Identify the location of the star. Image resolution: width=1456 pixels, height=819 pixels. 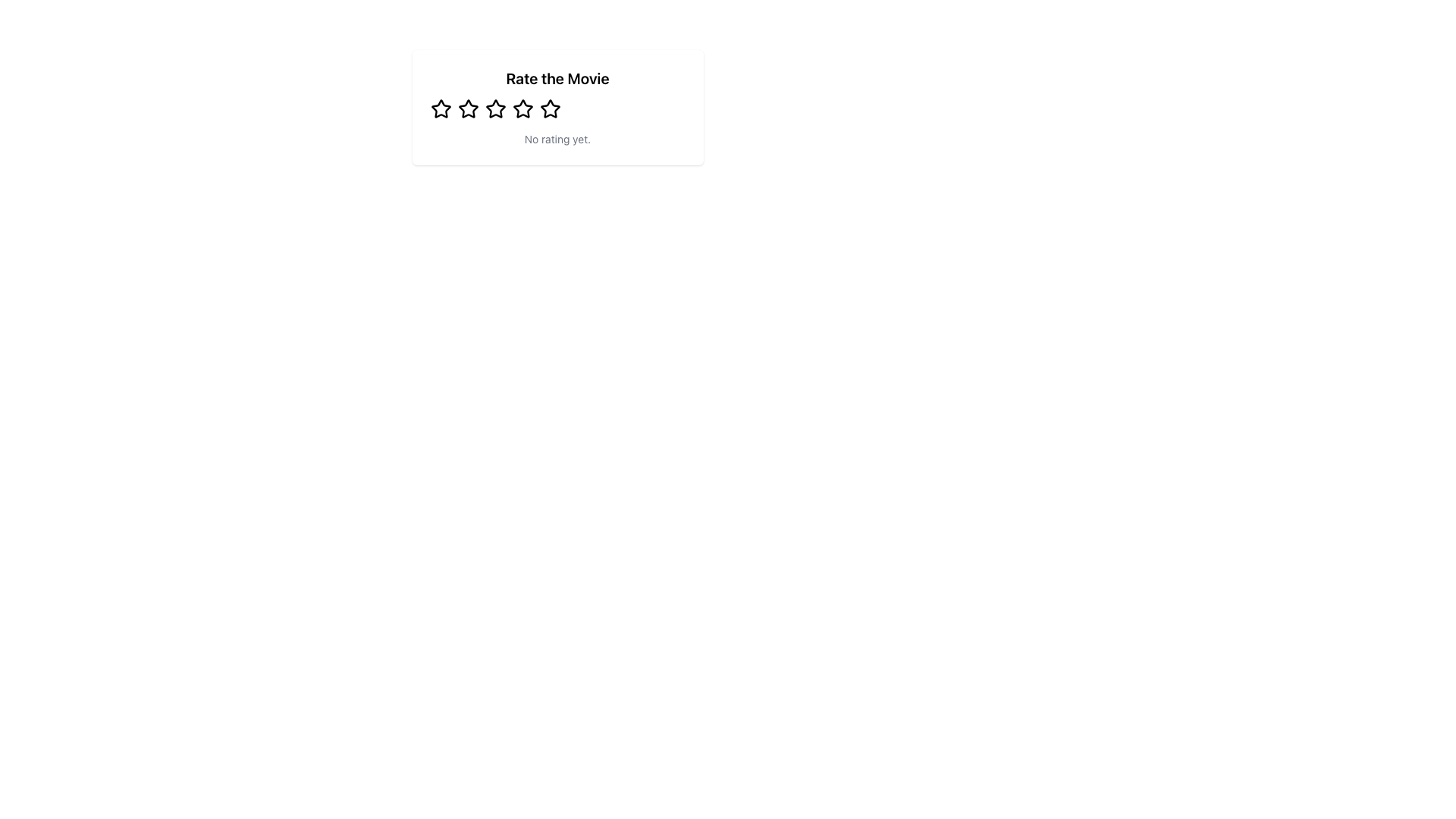
(557, 108).